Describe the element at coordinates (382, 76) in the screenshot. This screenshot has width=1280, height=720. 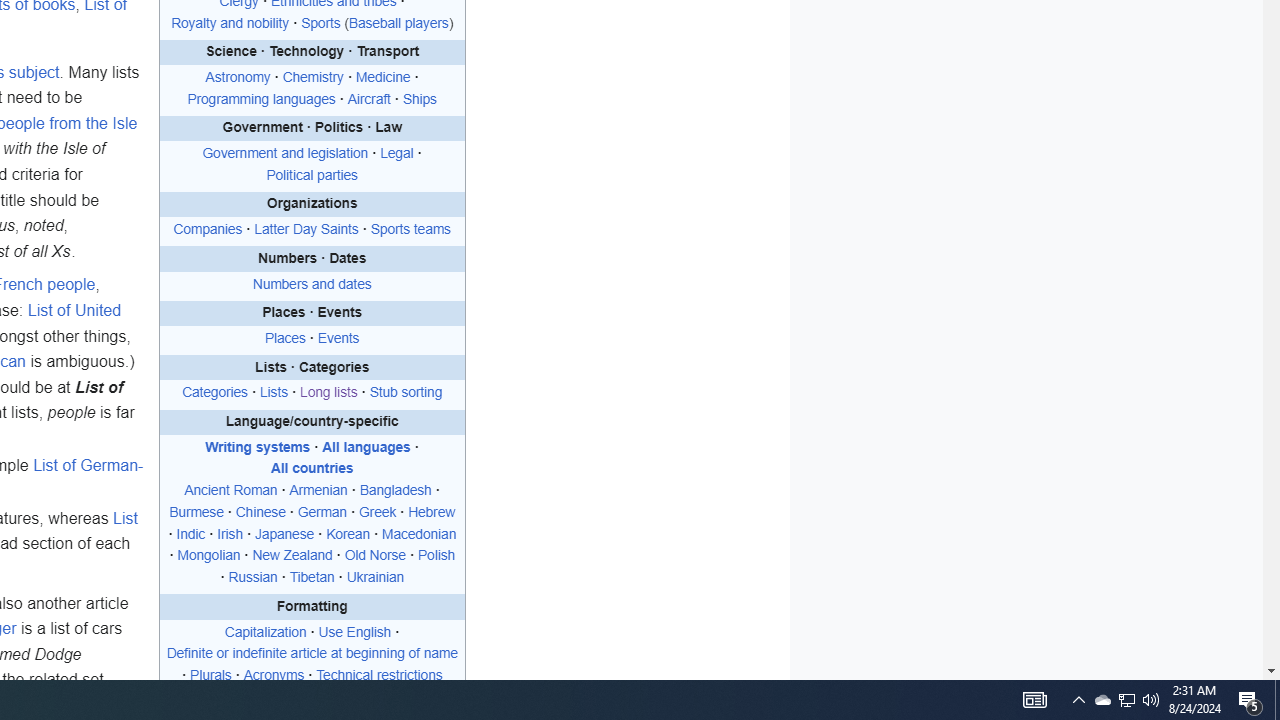
I see `'Medicine'` at that location.